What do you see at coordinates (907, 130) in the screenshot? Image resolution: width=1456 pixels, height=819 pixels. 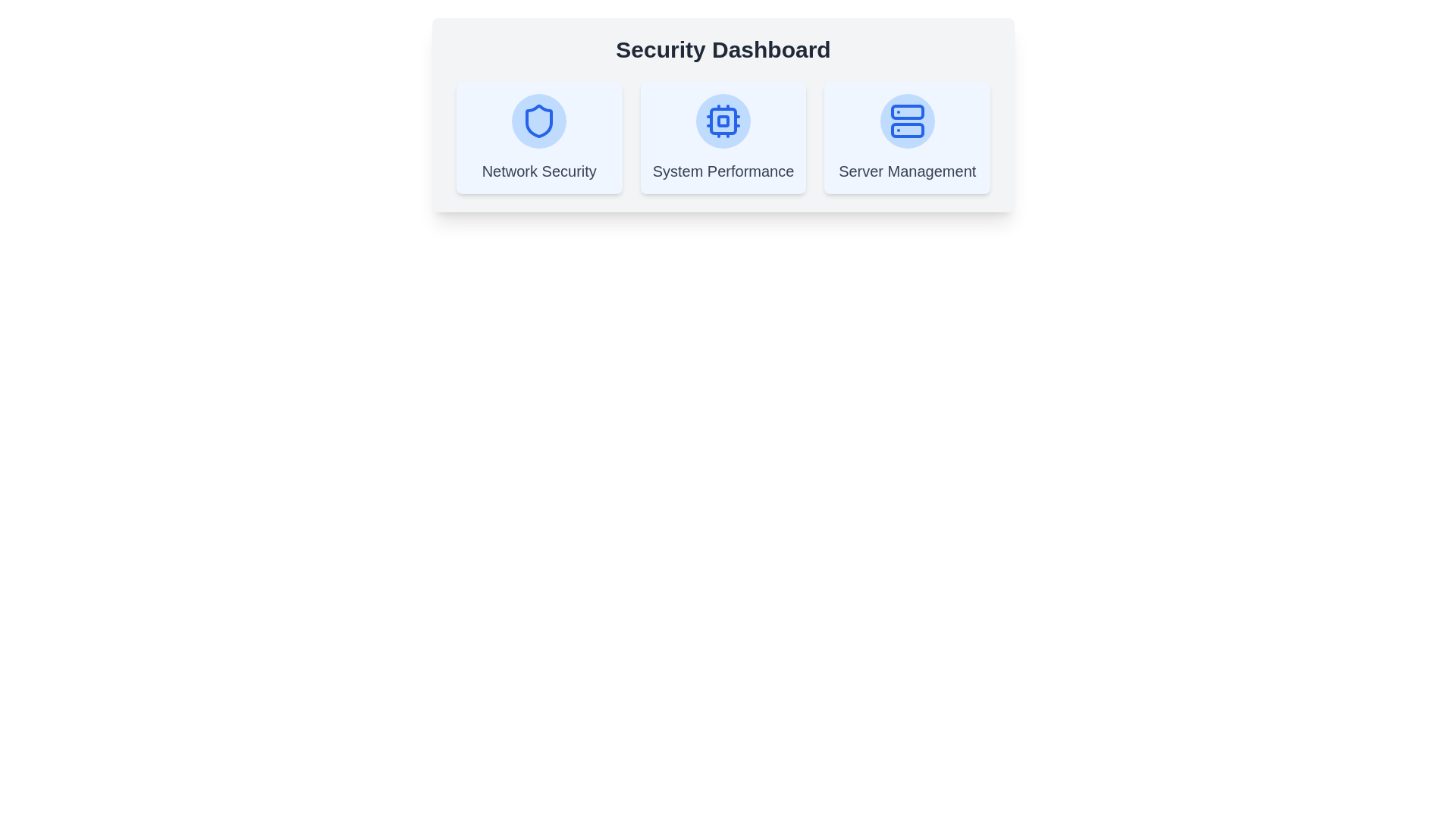 I see `the bottom rectangular decorative UI component within the 'Server Management' icon located below the dashboard header` at bounding box center [907, 130].